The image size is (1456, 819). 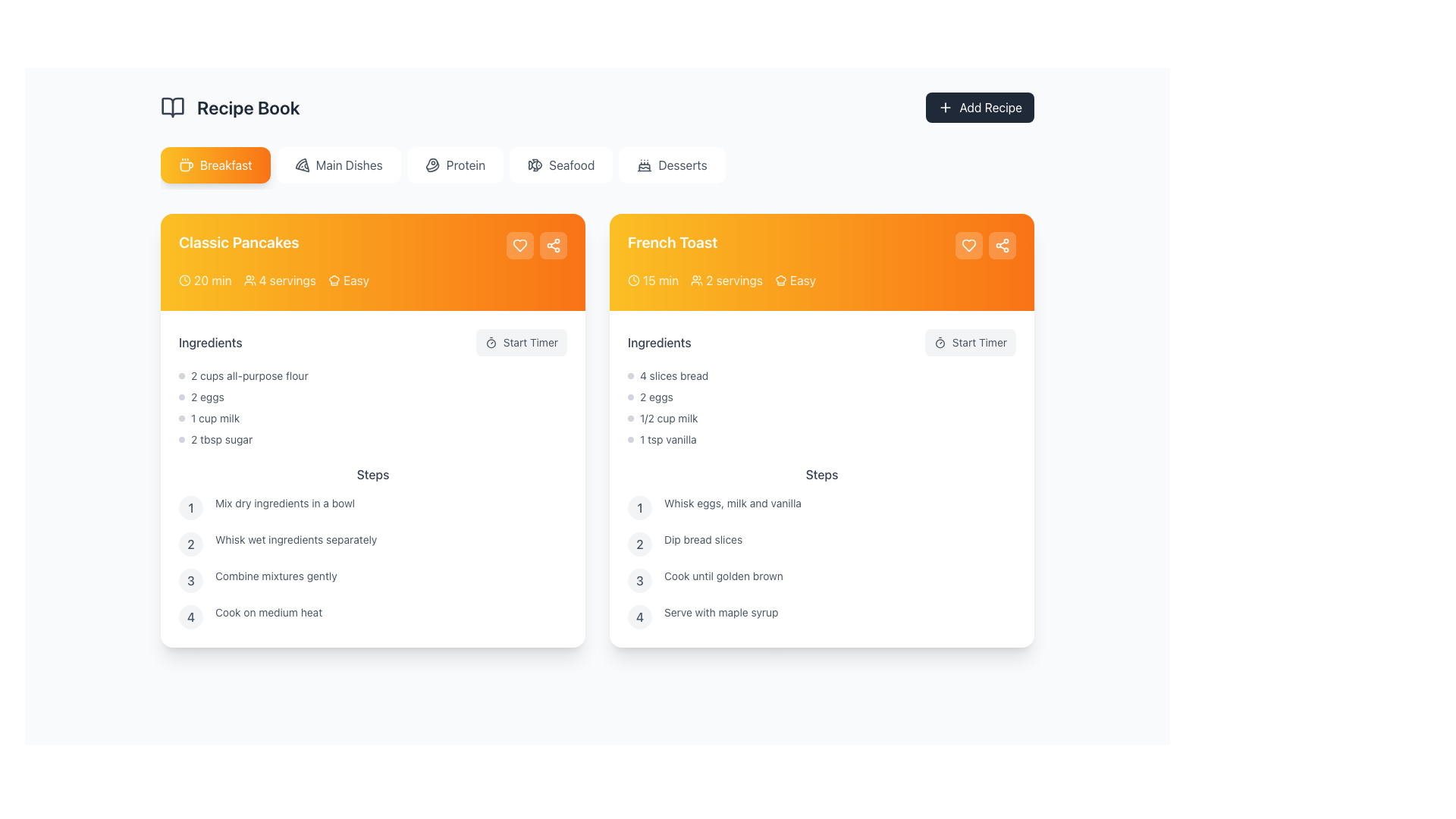 What do you see at coordinates (696, 281) in the screenshot?
I see `the icon depicting two user silhouettes` at bounding box center [696, 281].